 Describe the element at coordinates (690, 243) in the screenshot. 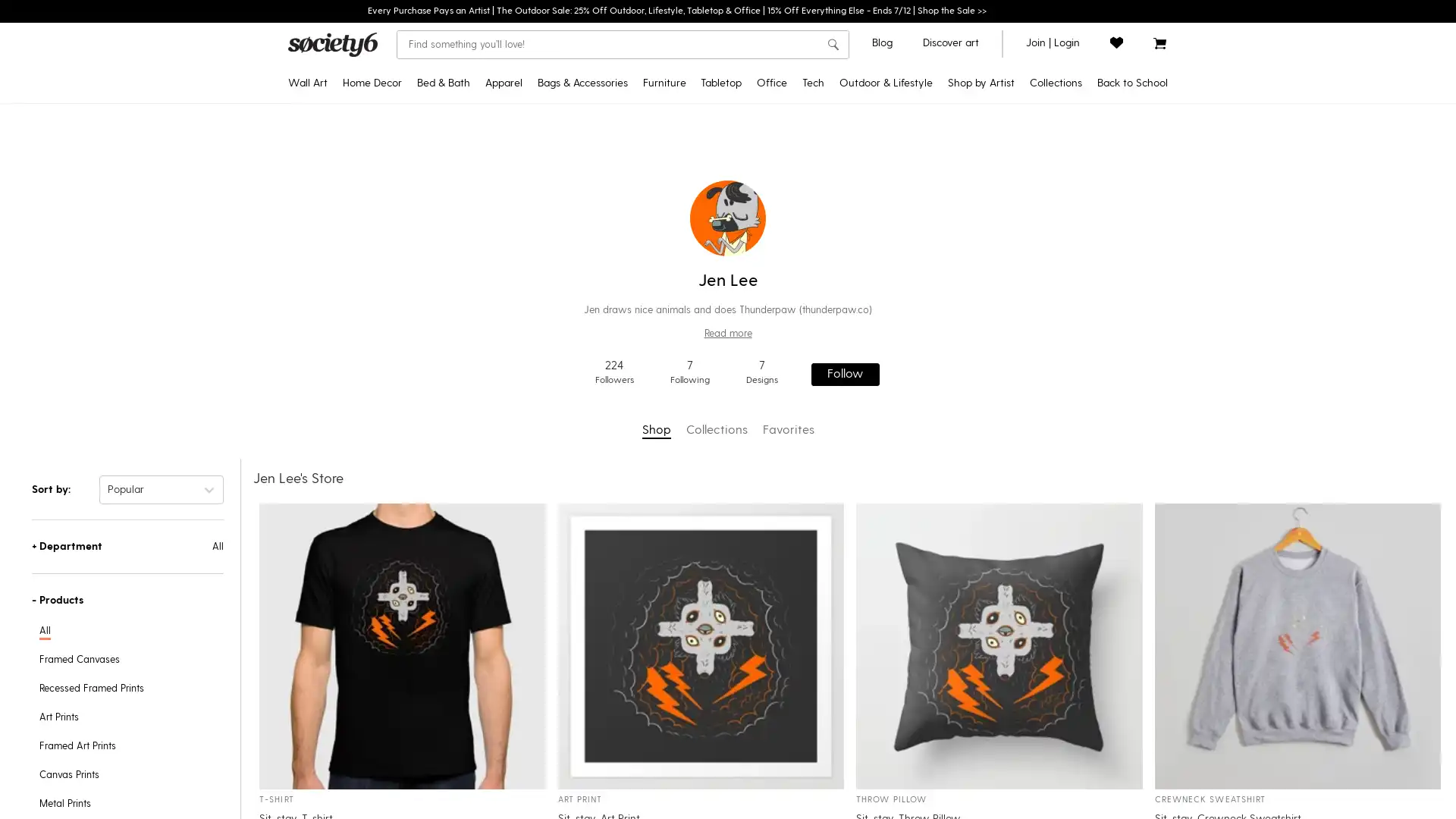

I see `Coffee Tables` at that location.